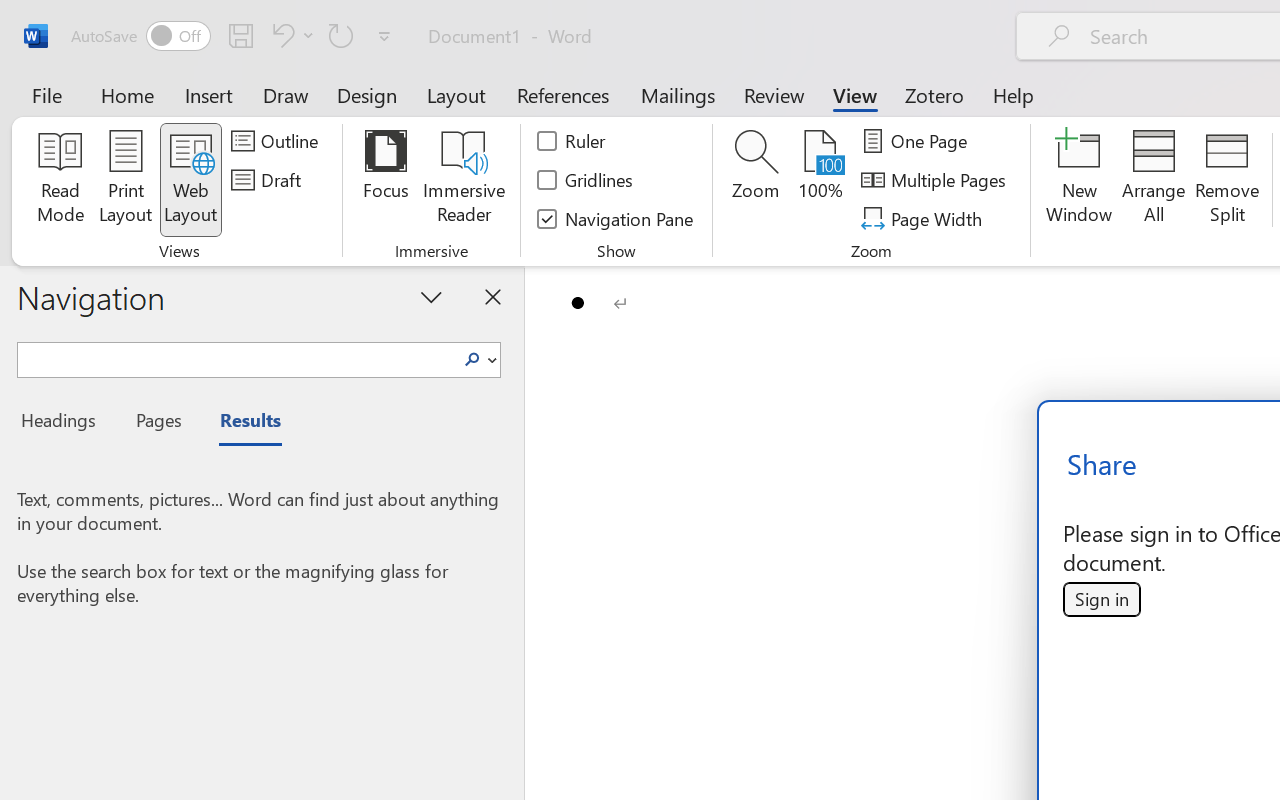  I want to click on 'Gridlines', so click(585, 179).